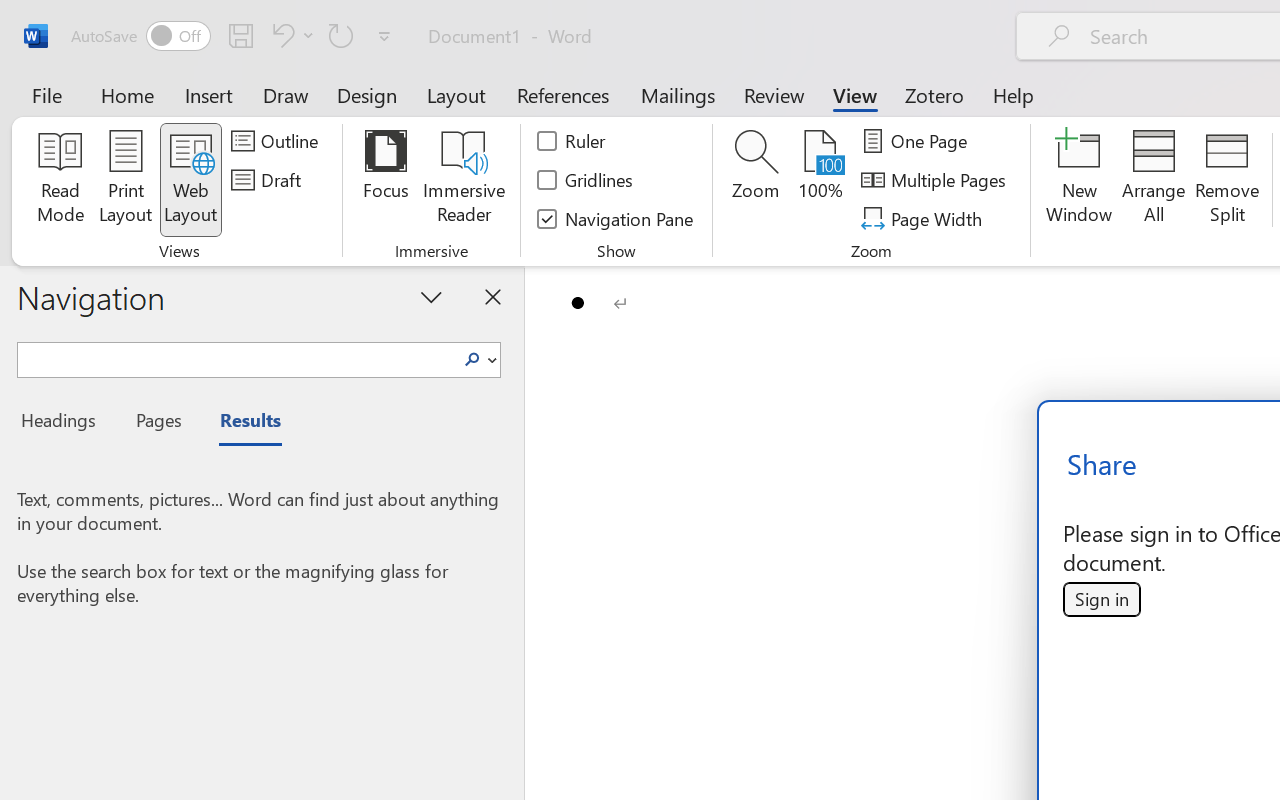  I want to click on 'Gridlines', so click(585, 179).